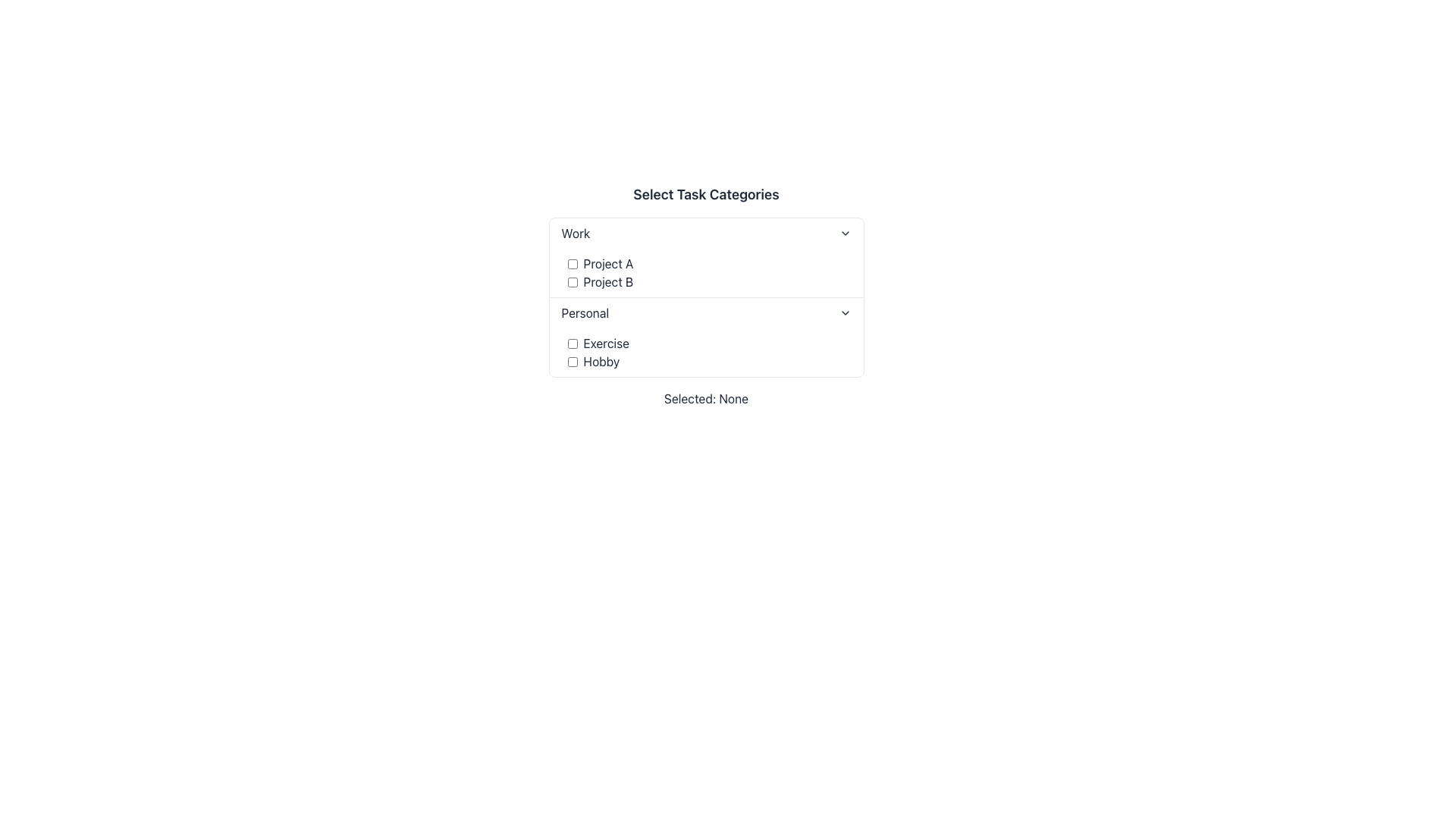  Describe the element at coordinates (571, 281) in the screenshot. I see `the checkbox` at that location.